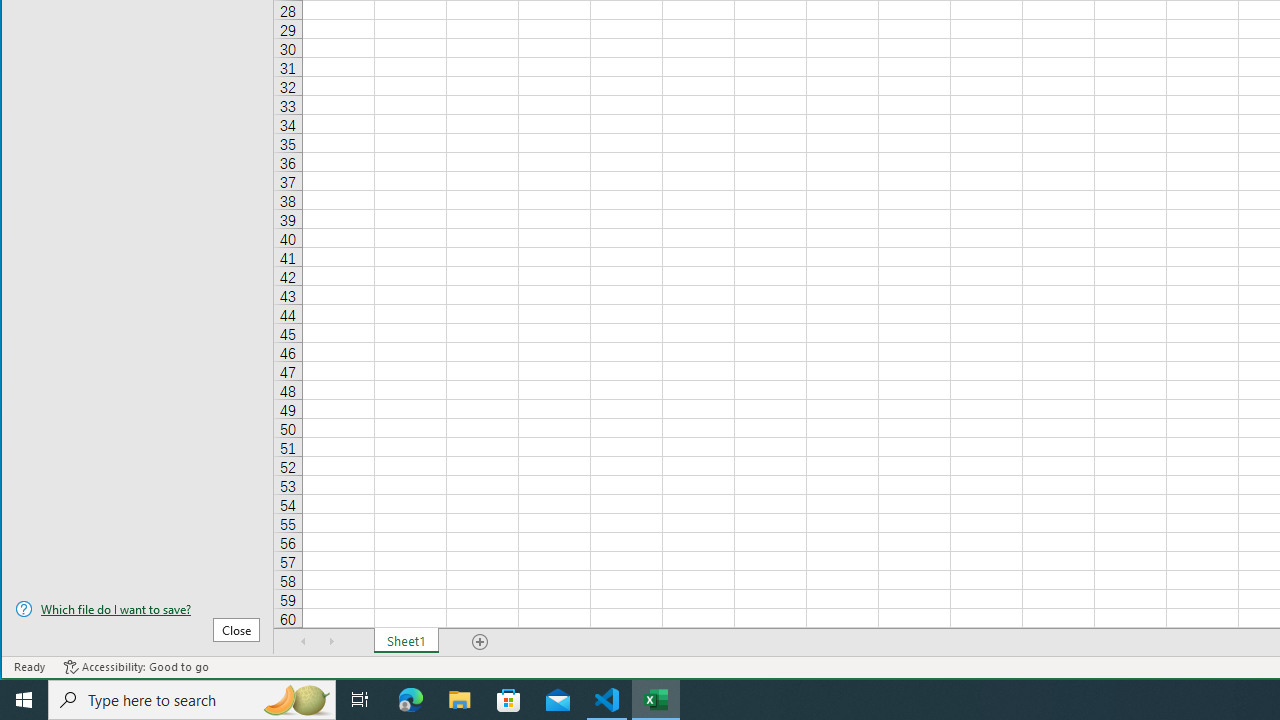 This screenshot has width=1280, height=720. Describe the element at coordinates (509, 698) in the screenshot. I see `'Microsoft Store'` at that location.